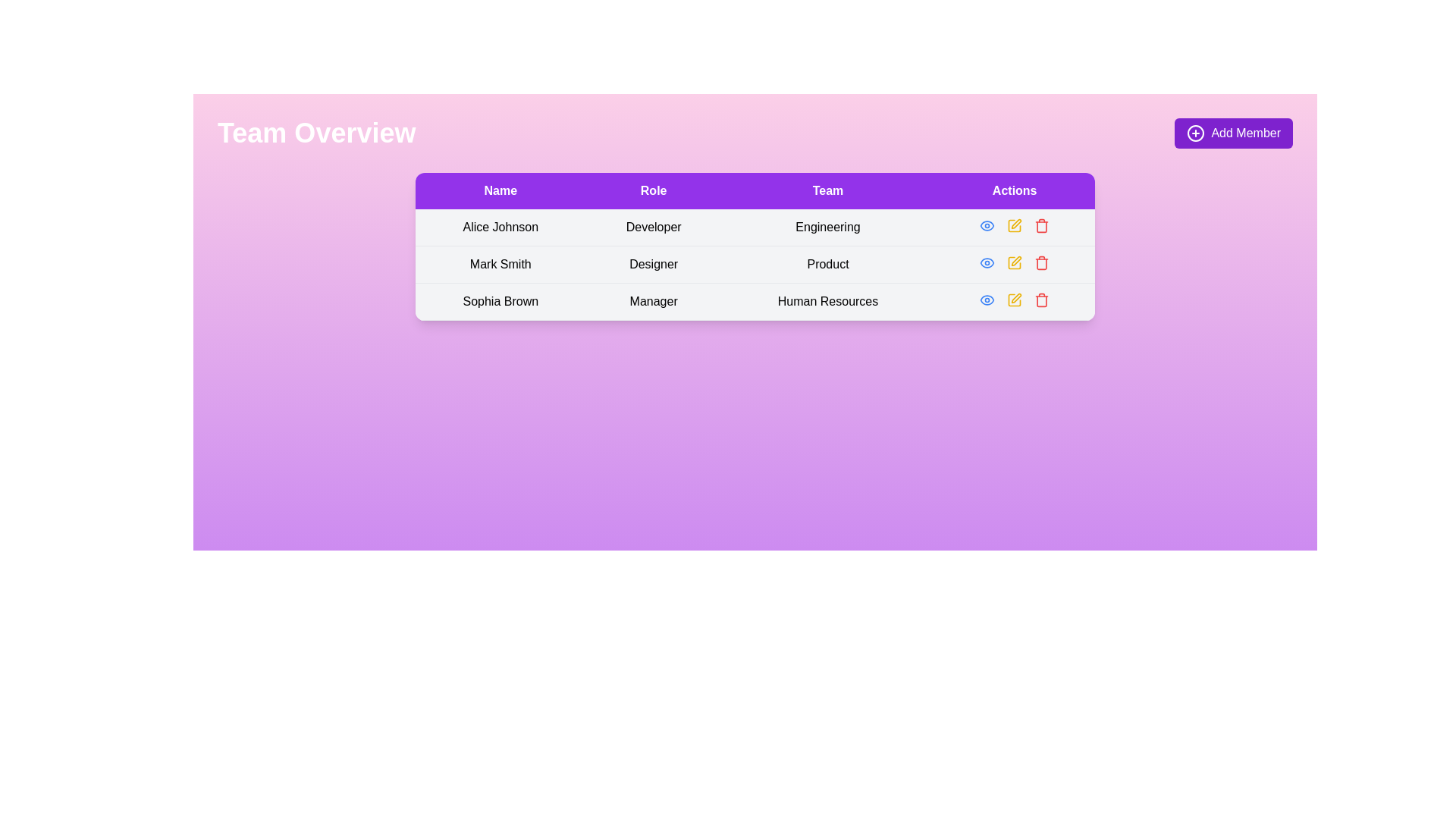  What do you see at coordinates (827, 301) in the screenshot?
I see `the text content of the Table text cell displaying 'Human Resources' in black font, located in the third row and third column under the 'Team' column` at bounding box center [827, 301].